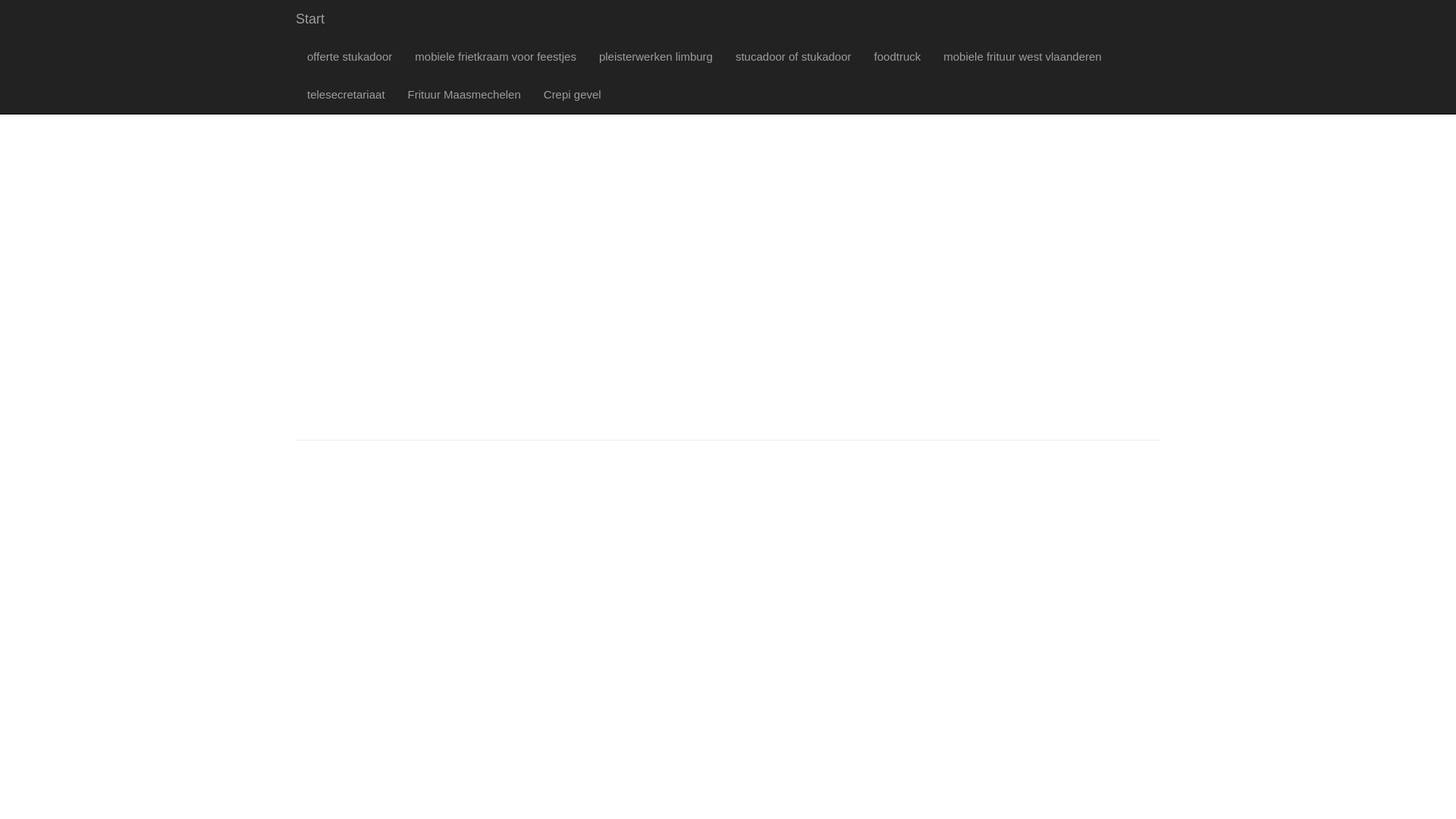 Image resolution: width=1456 pixels, height=819 pixels. Describe the element at coordinates (792, 55) in the screenshot. I see `'stucadoor of stukadoor'` at that location.